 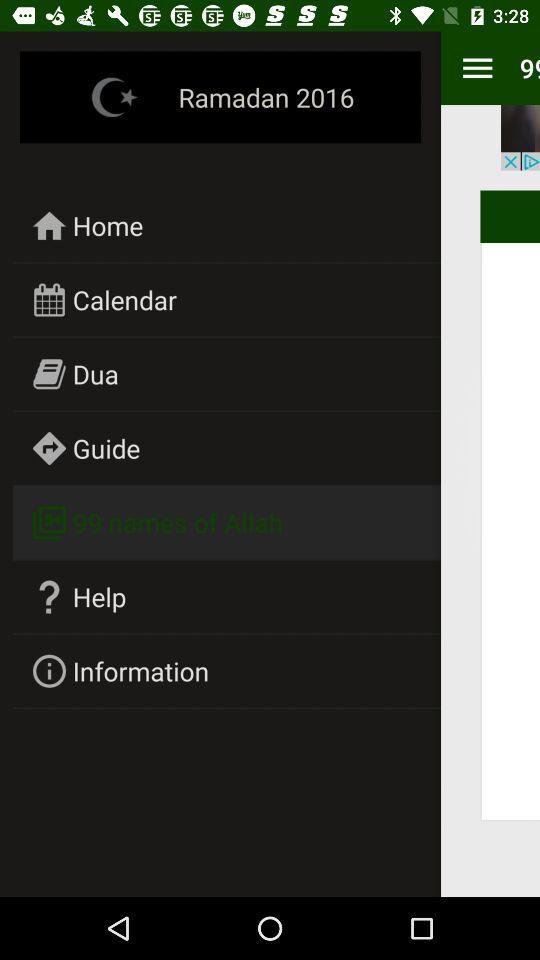 What do you see at coordinates (476, 68) in the screenshot?
I see `icon next to the ramadan 2016` at bounding box center [476, 68].